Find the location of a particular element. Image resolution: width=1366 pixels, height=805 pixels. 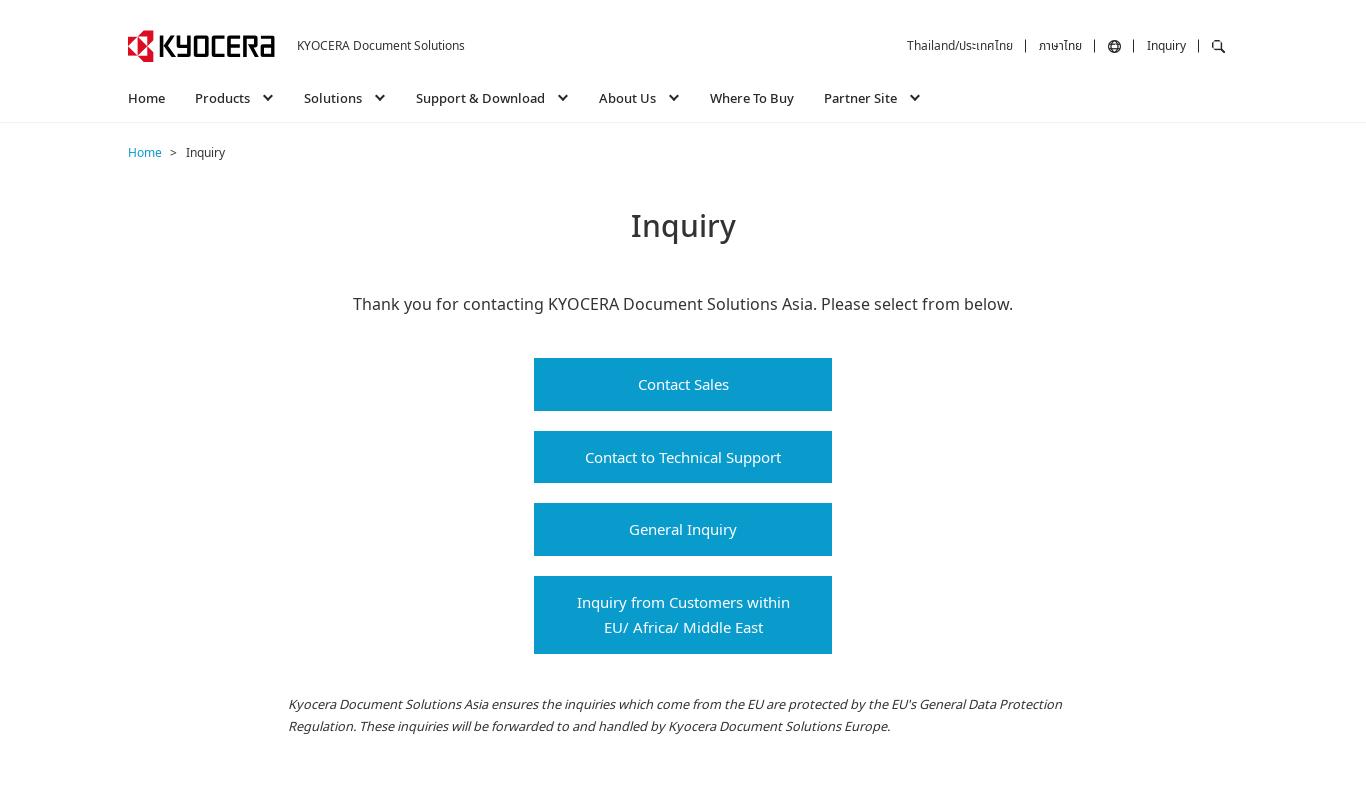

'Contact Sales' is located at coordinates (681, 383).